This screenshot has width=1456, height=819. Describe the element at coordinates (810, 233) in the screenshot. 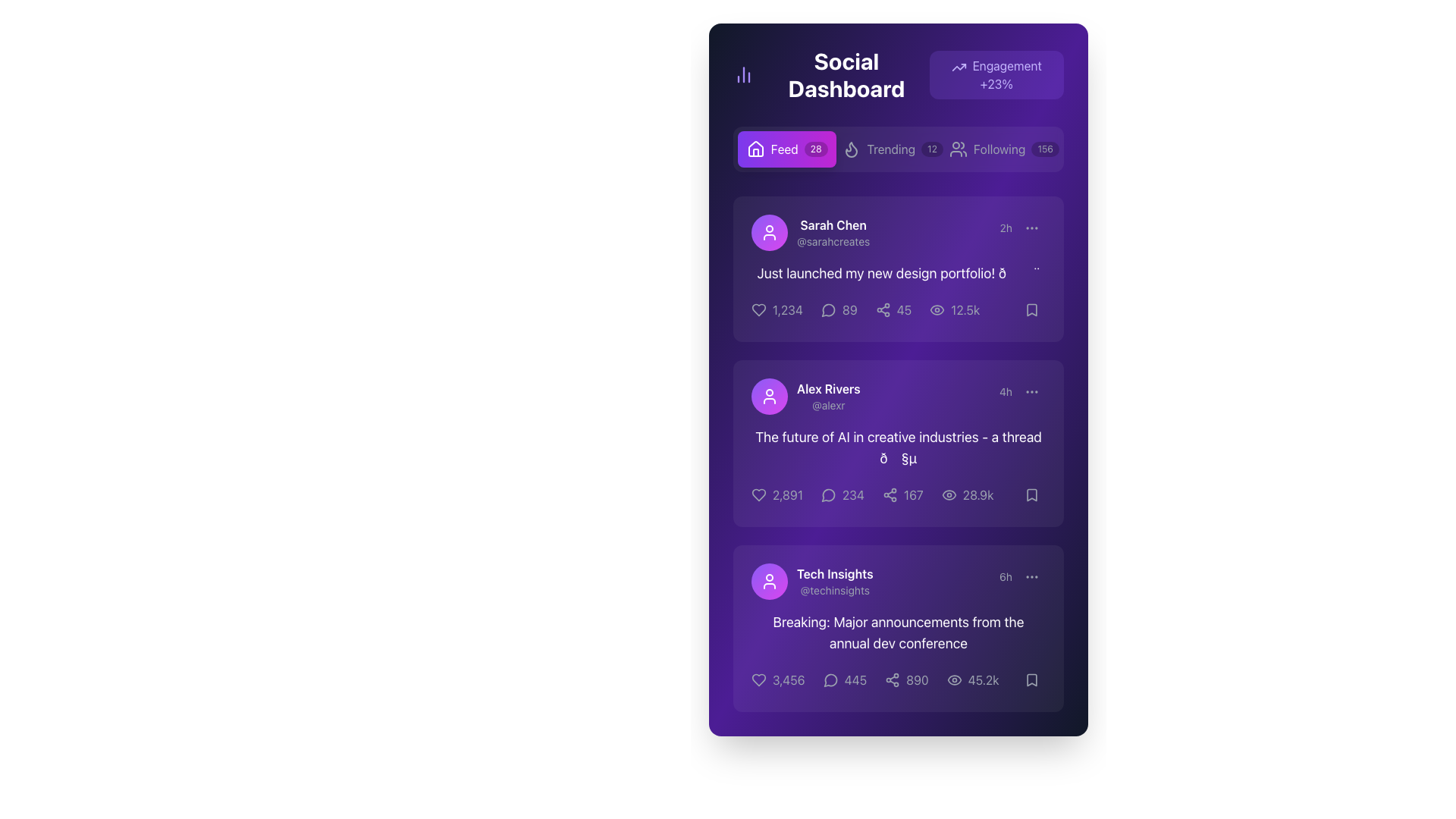

I see `the Profile Header element, which displays the user's name and username` at that location.